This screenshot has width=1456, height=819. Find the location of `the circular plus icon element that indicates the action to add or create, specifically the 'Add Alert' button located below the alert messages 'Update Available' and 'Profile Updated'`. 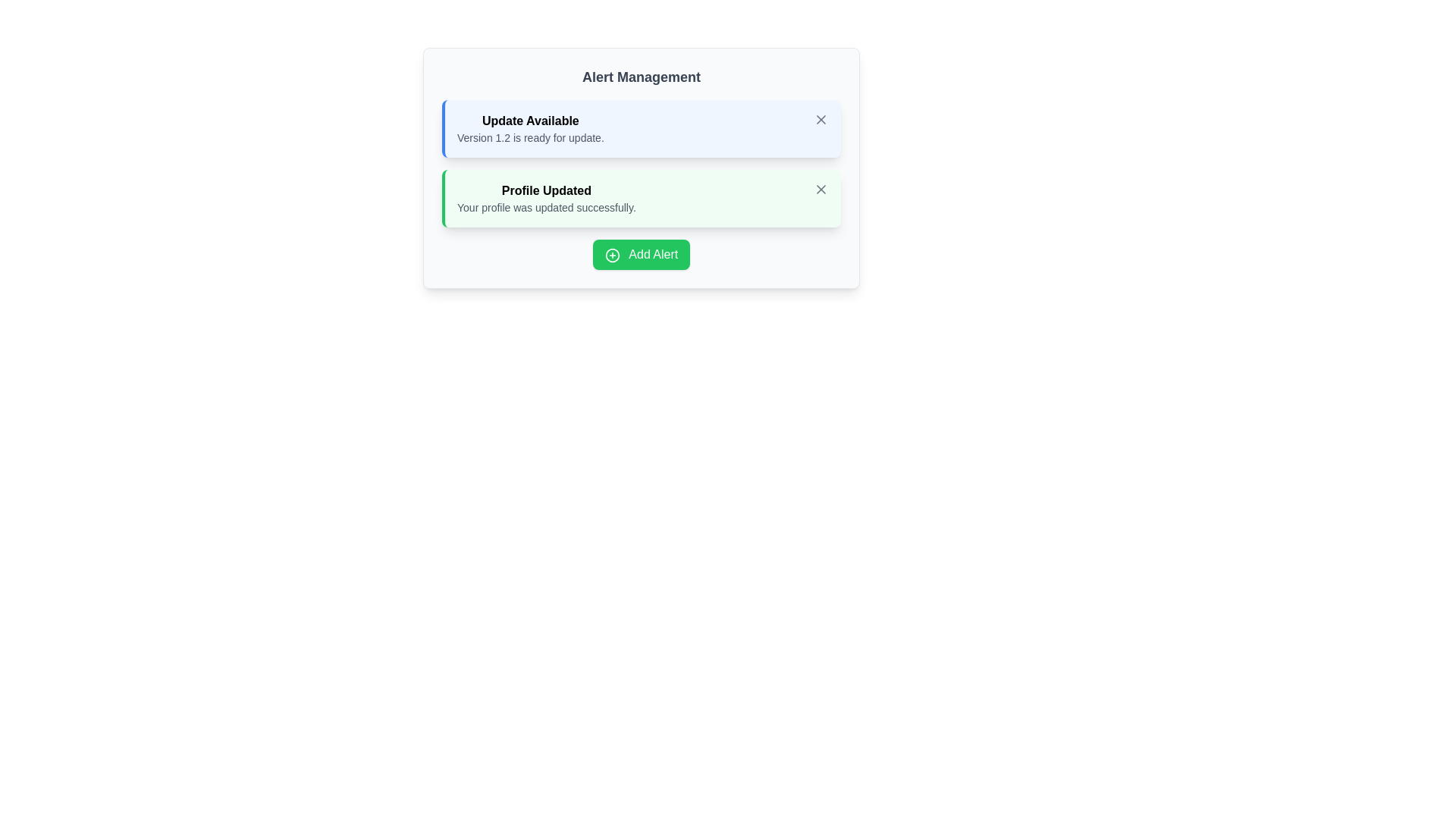

the circular plus icon element that indicates the action to add or create, specifically the 'Add Alert' button located below the alert messages 'Update Available' and 'Profile Updated' is located at coordinates (612, 254).